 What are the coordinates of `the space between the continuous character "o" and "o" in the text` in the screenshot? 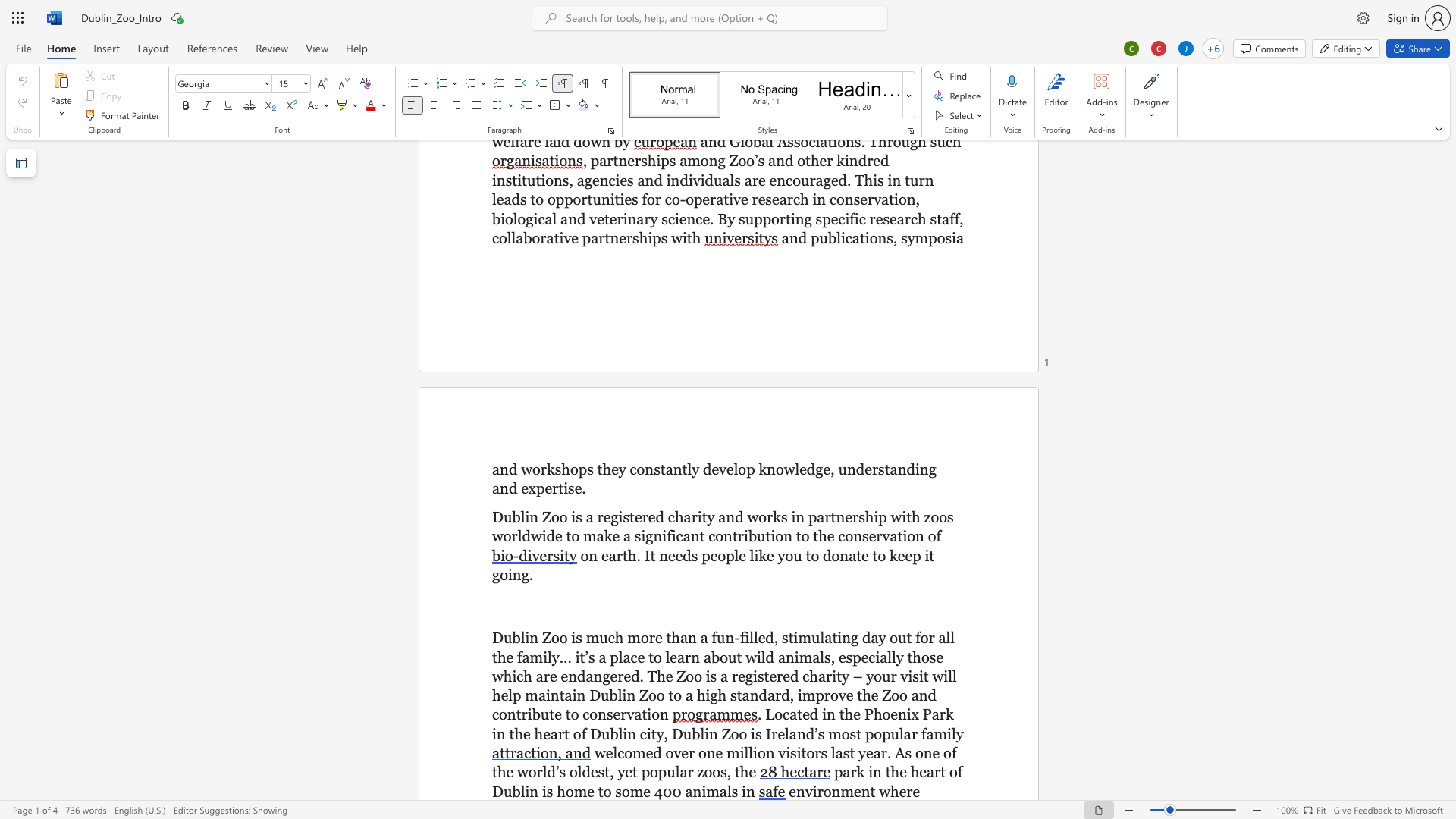 It's located at (739, 733).